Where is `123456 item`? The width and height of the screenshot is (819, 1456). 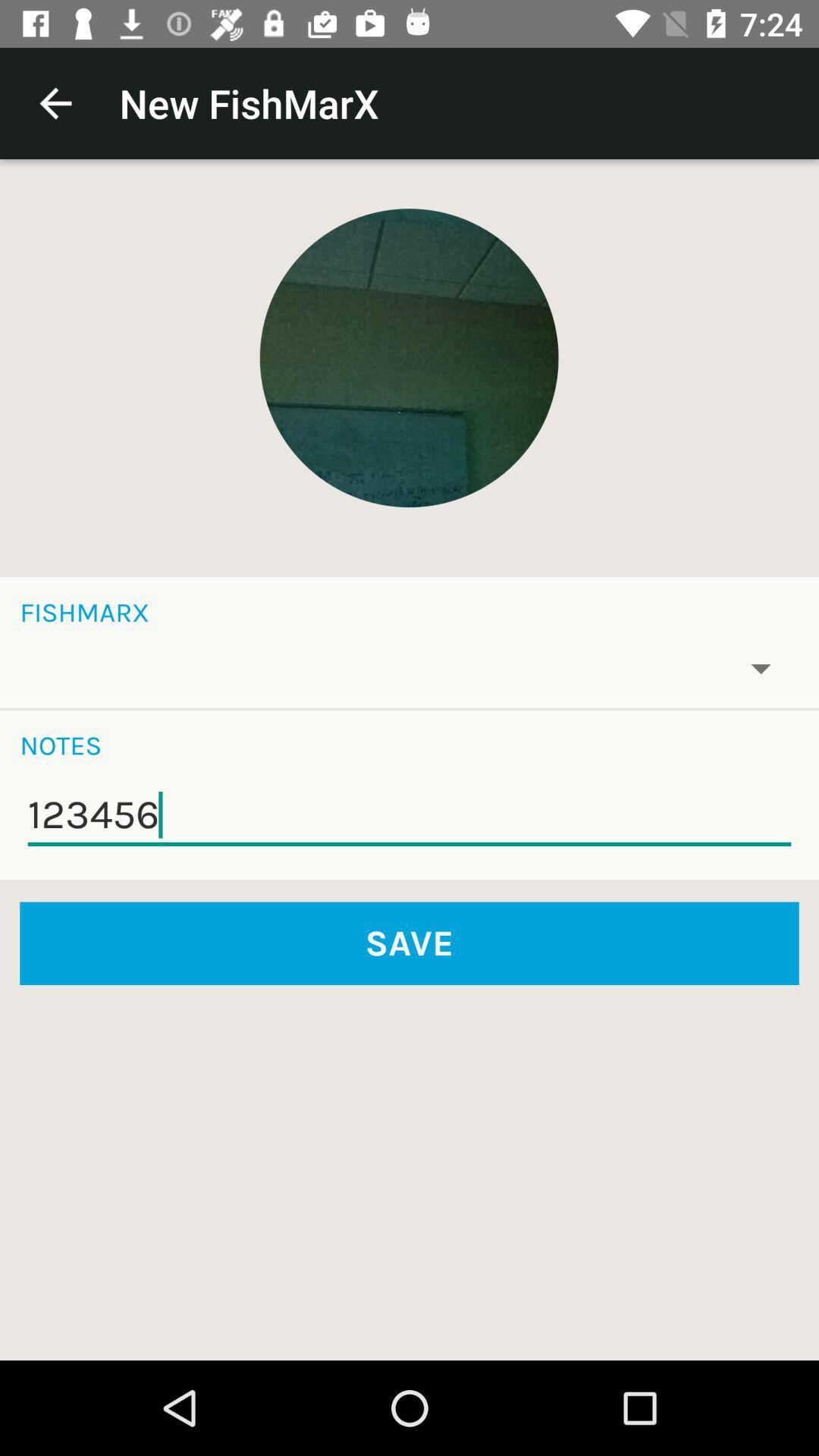
123456 item is located at coordinates (409, 814).